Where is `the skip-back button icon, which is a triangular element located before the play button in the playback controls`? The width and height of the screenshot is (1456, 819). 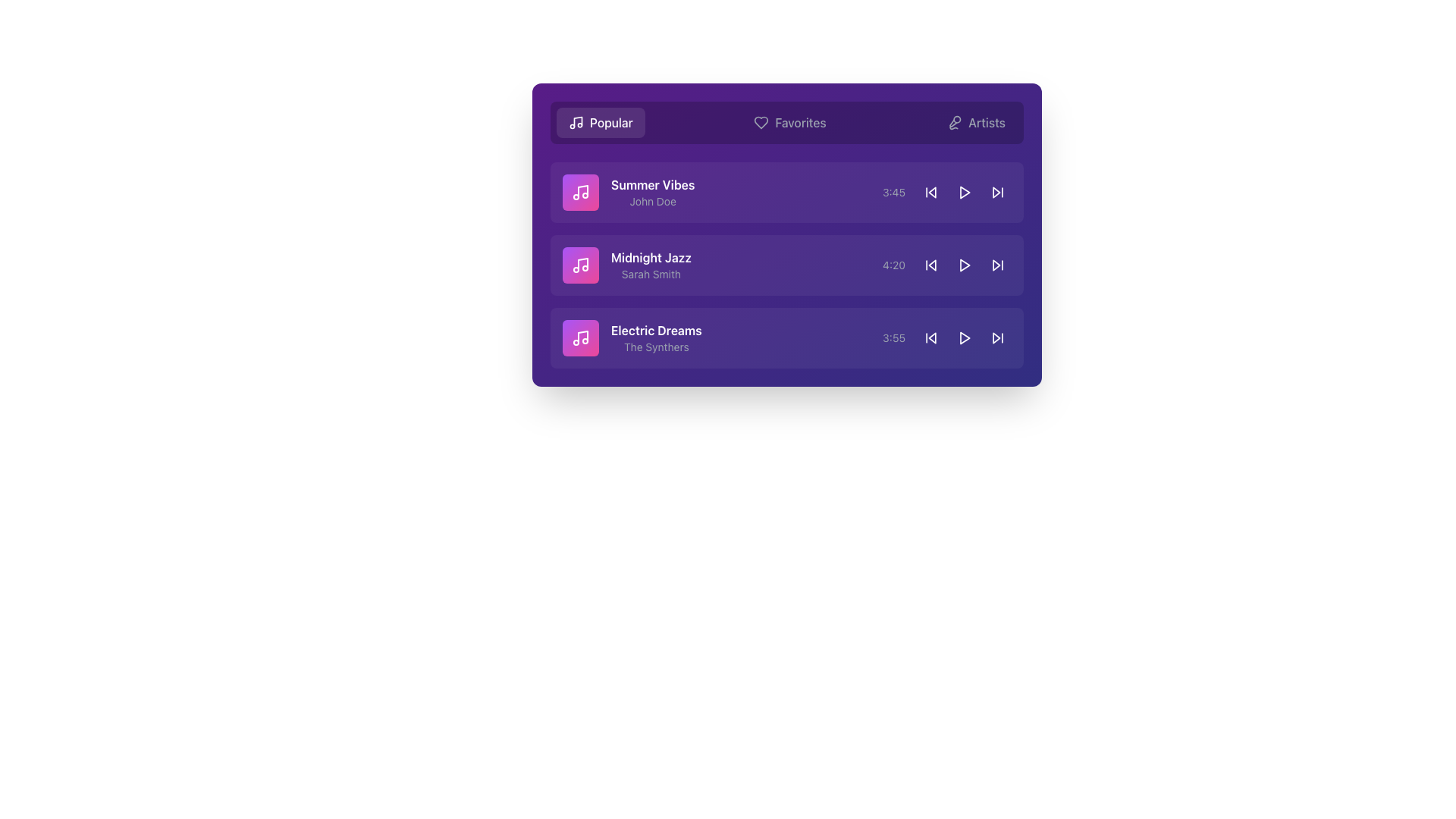 the skip-back button icon, which is a triangular element located before the play button in the playback controls is located at coordinates (931, 192).